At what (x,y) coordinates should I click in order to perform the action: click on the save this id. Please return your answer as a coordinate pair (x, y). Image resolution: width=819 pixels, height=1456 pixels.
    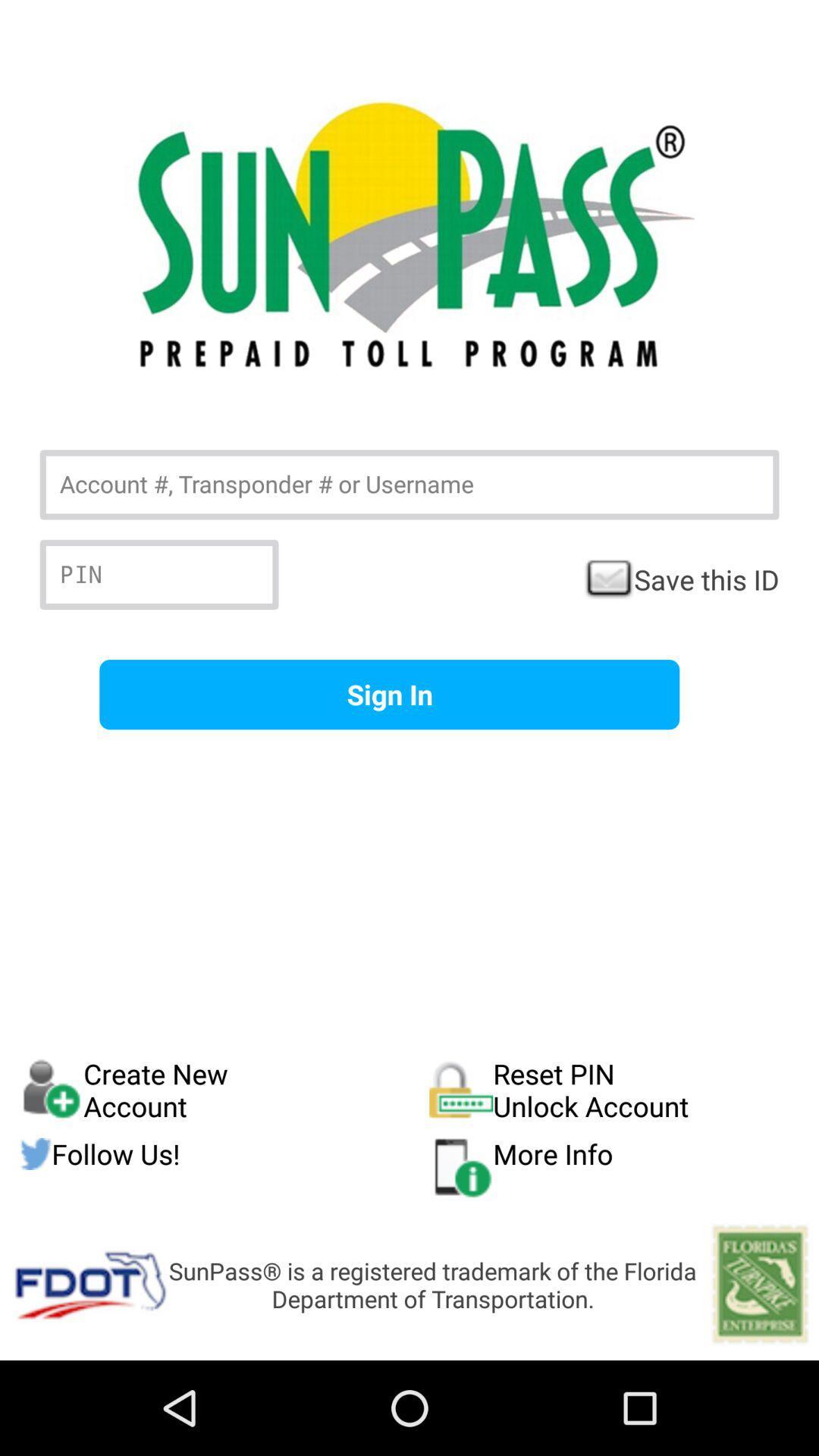
    Looking at the image, I should click on (680, 579).